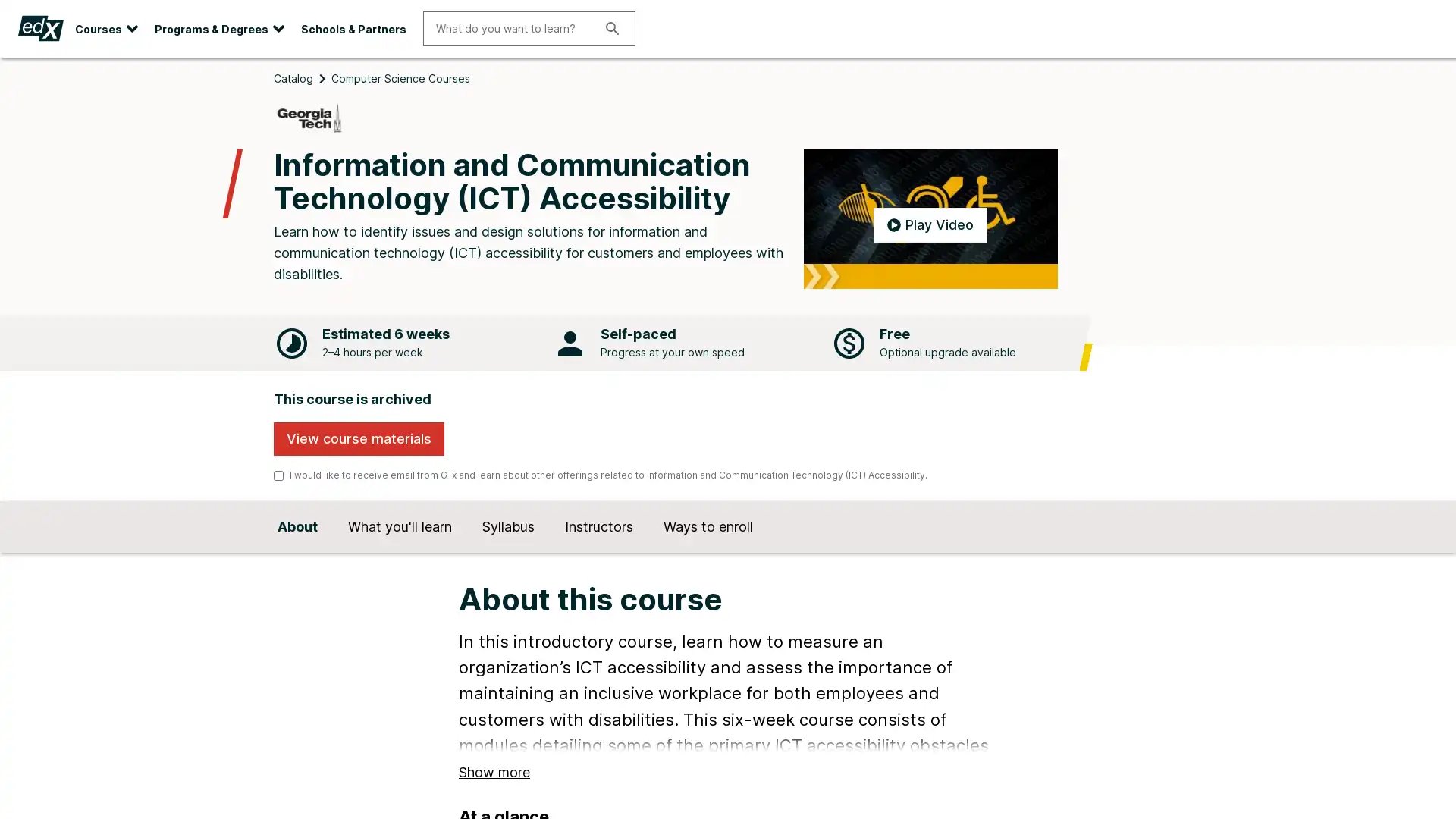  What do you see at coordinates (708, 552) in the screenshot?
I see `Ways to enroll` at bounding box center [708, 552].